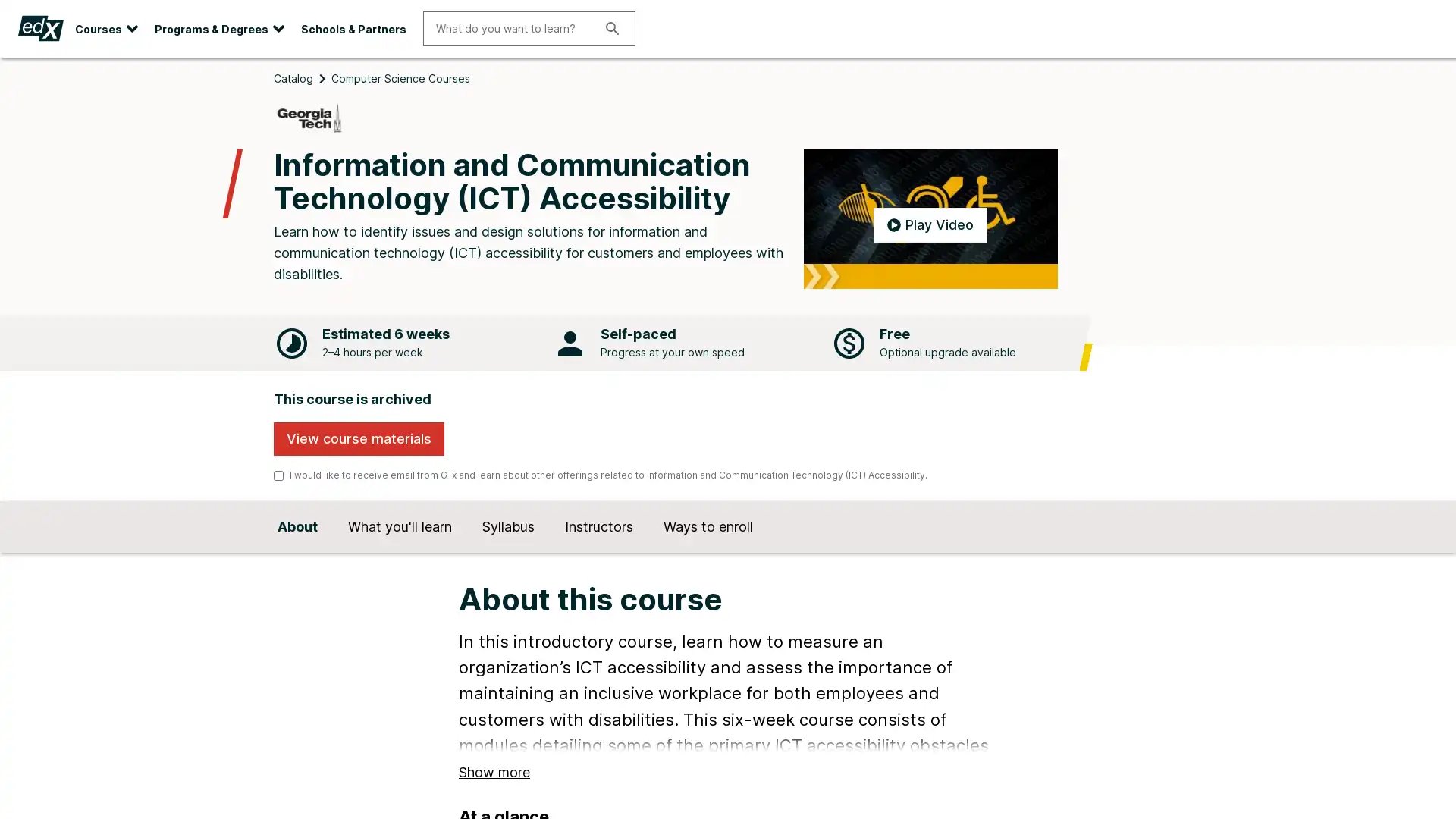  What do you see at coordinates (708, 552) in the screenshot?
I see `Ways to enroll` at bounding box center [708, 552].